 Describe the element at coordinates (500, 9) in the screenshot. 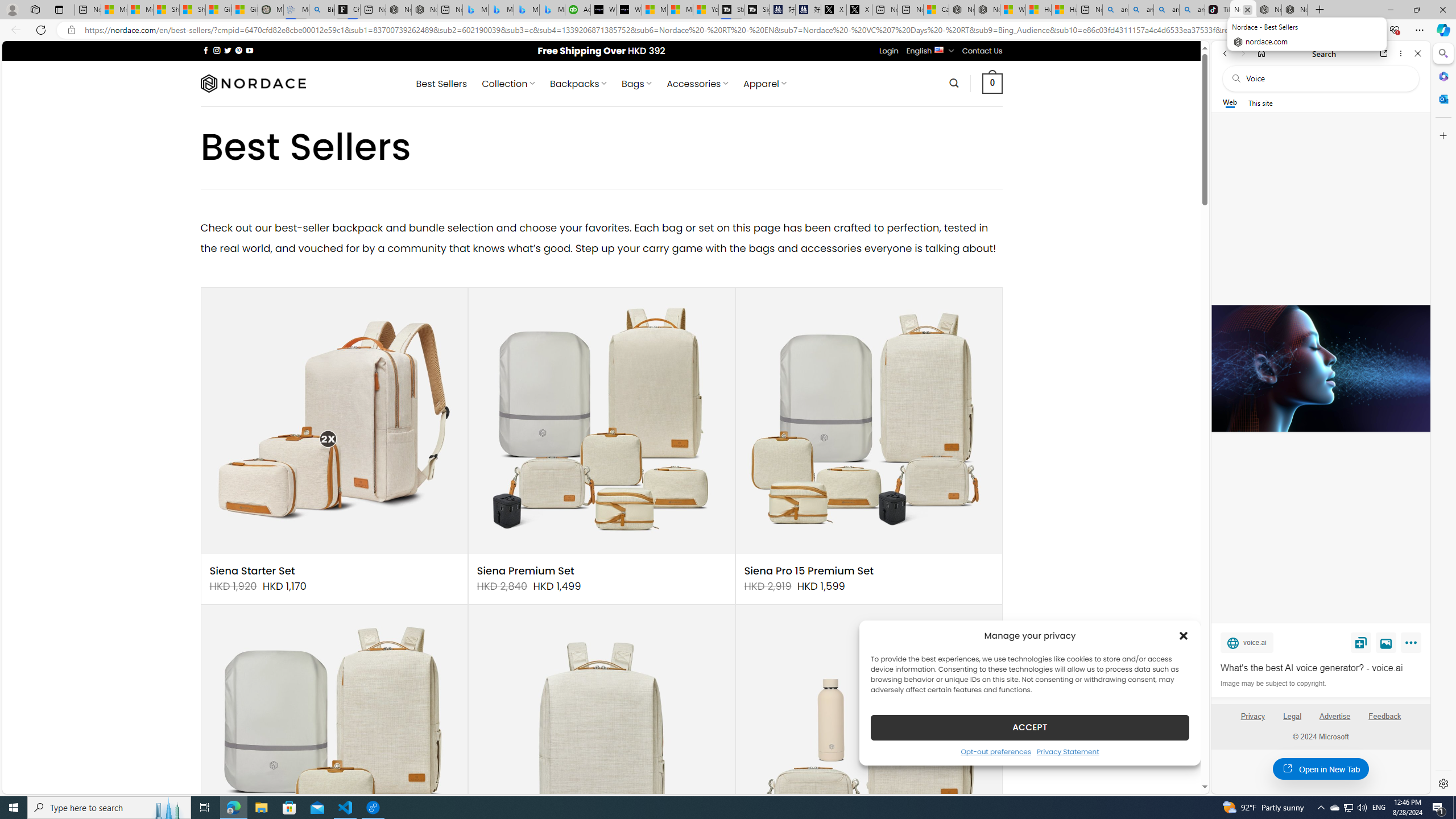

I see `'Microsoft Bing Travel - Stays in Bangkok, Bangkok, Thailand'` at that location.